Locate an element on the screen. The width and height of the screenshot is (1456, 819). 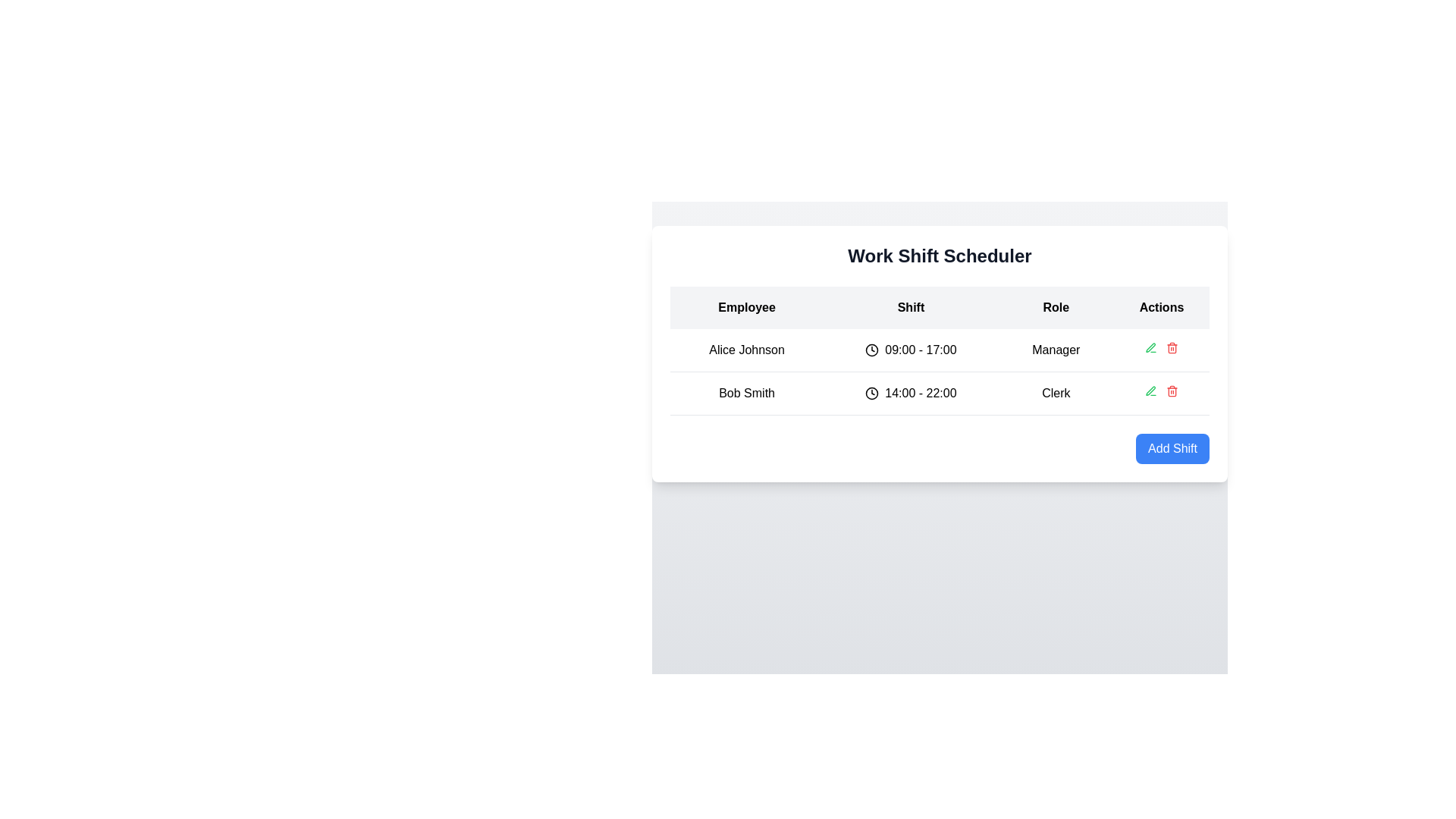
the display text showing working hours (09:00 - 17:00) for employee Alice Johnson, located in the second column of the first row of the table beneath the heading 'Shift' is located at coordinates (920, 350).